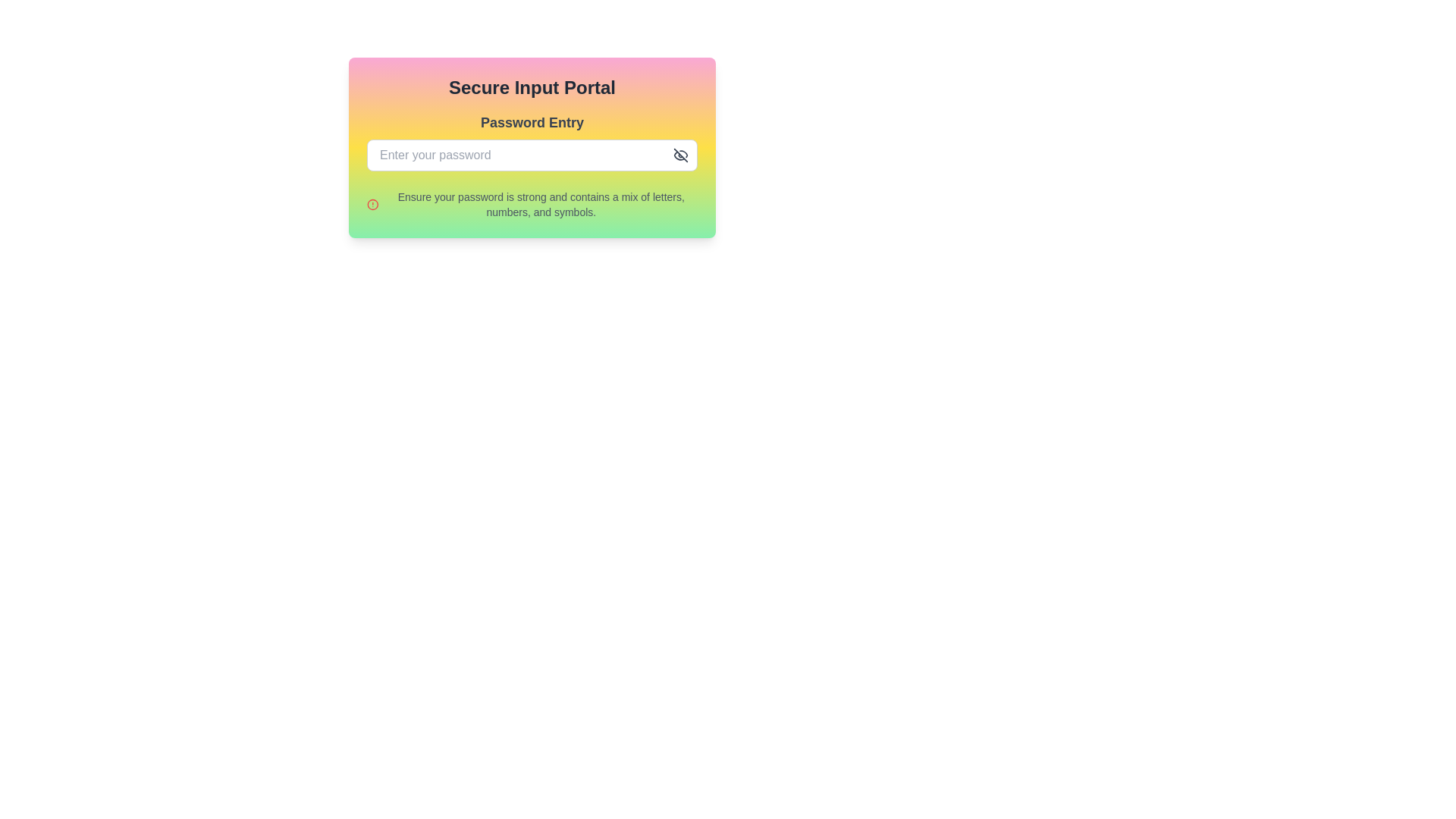 Image resolution: width=1456 pixels, height=819 pixels. I want to click on the circular alert symbol that represents warnings related to password strength or requirements in the Secure Input Portal interface, so click(372, 205).